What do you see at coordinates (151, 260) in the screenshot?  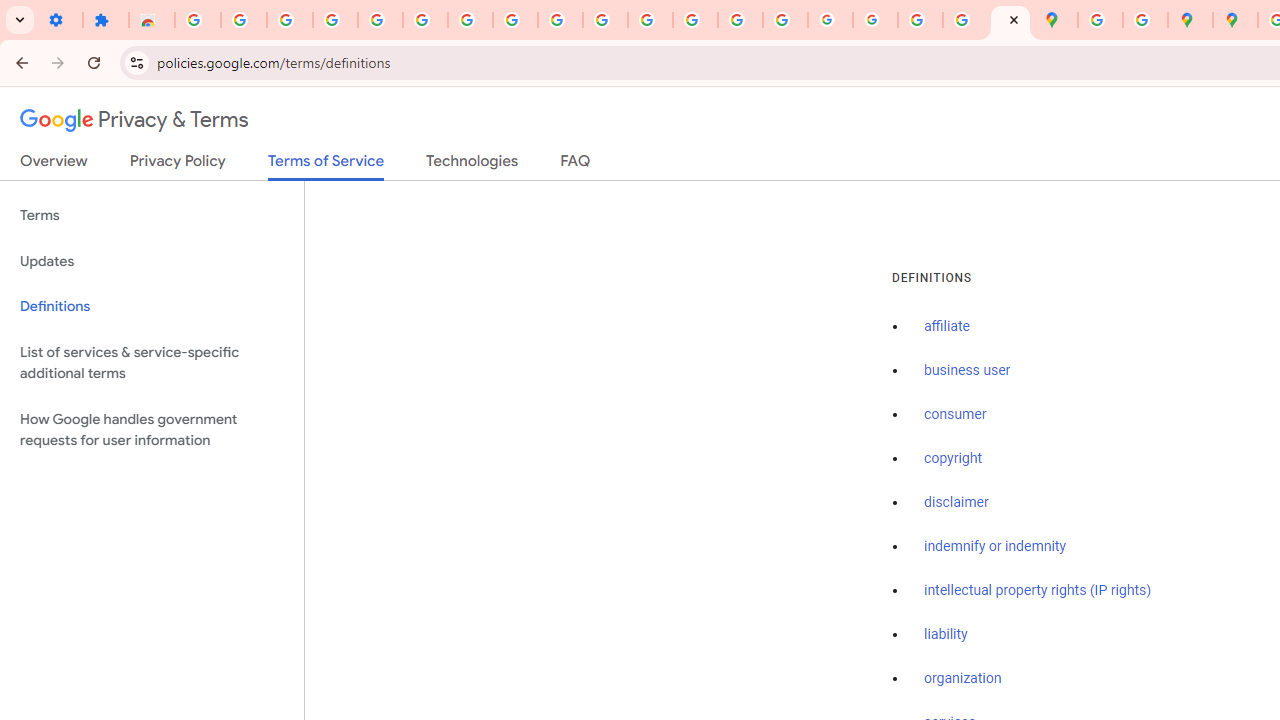 I see `'Updates'` at bounding box center [151, 260].